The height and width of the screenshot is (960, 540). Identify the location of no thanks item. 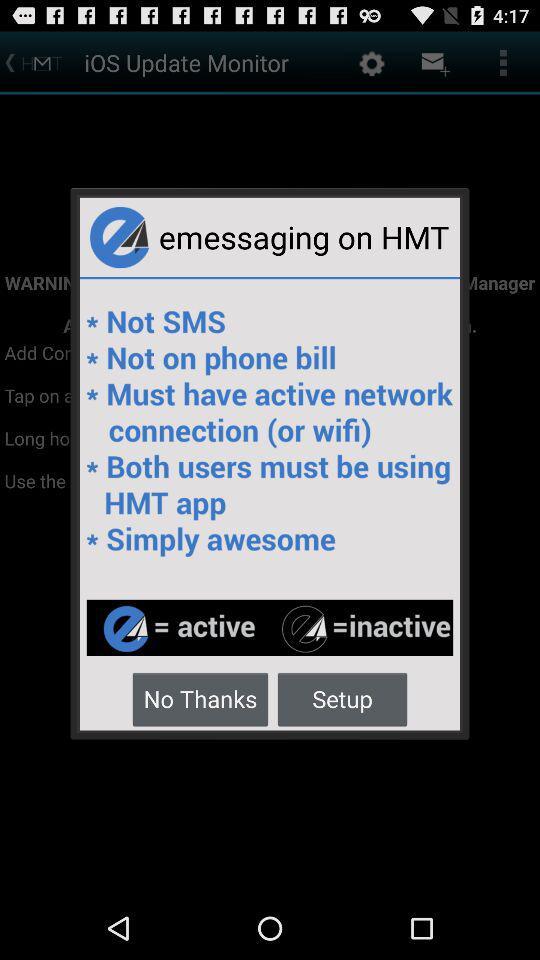
(200, 698).